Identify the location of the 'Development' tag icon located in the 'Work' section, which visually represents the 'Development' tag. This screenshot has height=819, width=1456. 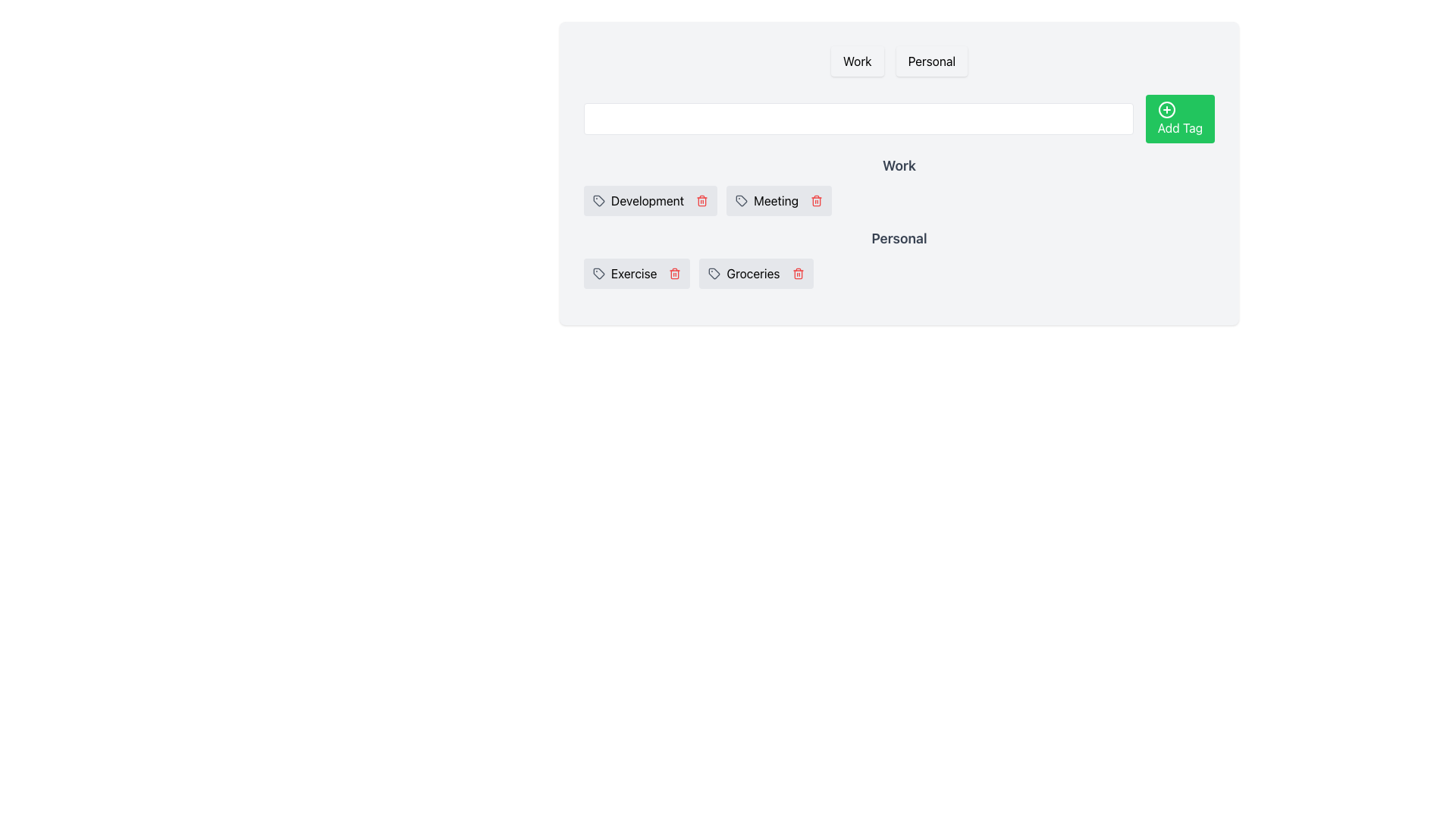
(598, 200).